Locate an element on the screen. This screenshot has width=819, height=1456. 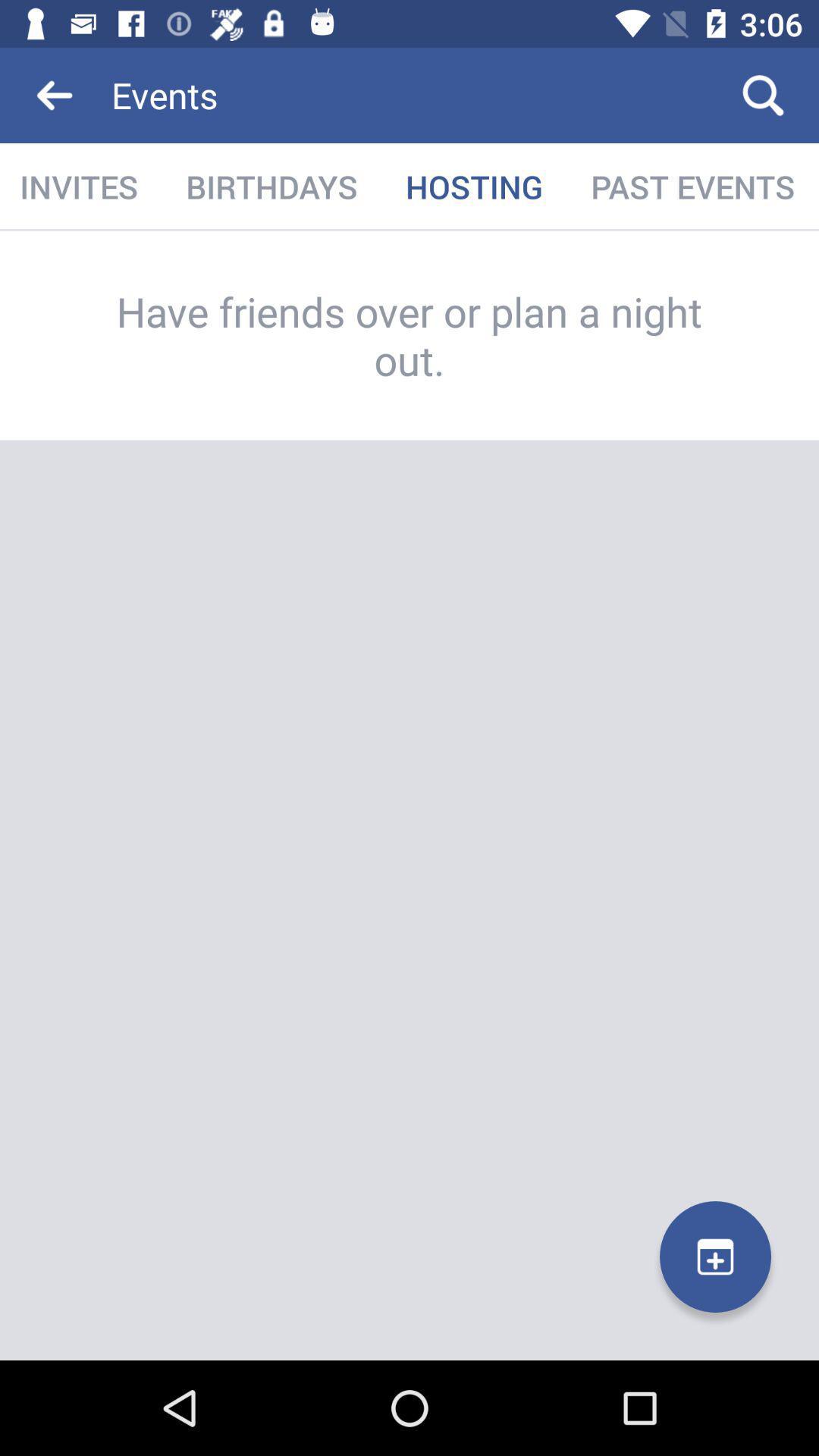
the icon next to invites item is located at coordinates (271, 186).